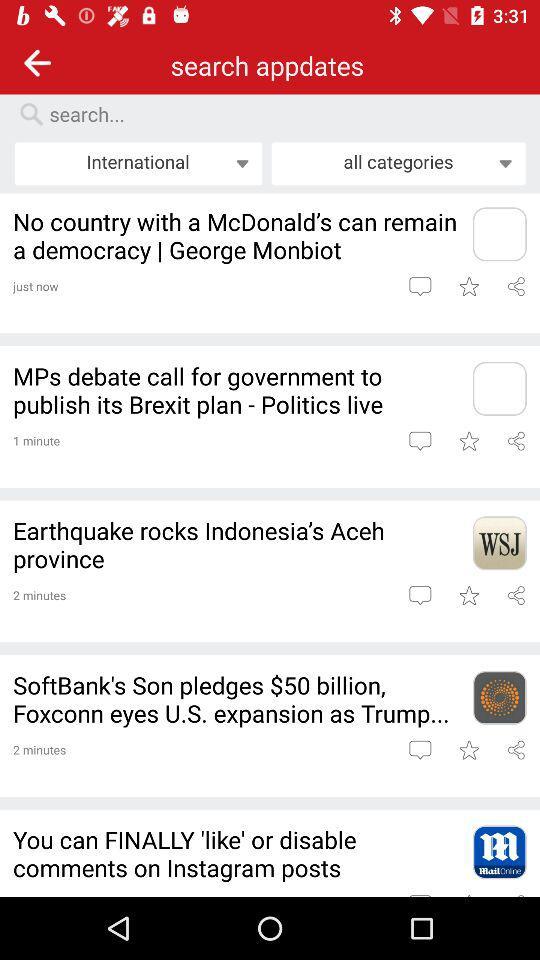 The image size is (540, 960). Describe the element at coordinates (498, 851) in the screenshot. I see `open news online webpage` at that location.